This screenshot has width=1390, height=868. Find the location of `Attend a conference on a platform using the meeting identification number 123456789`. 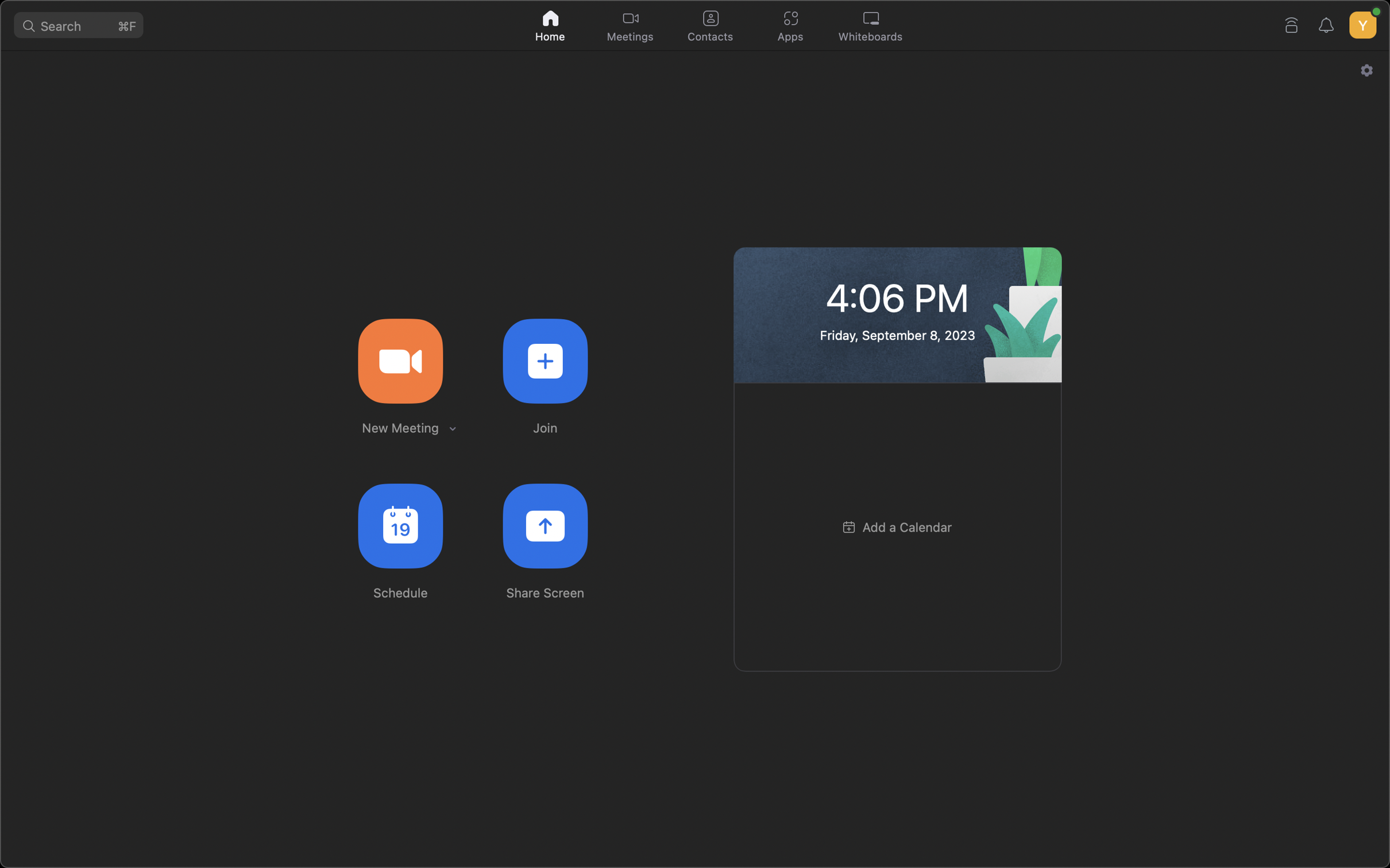

Attend a conference on a platform using the meeting identification number 123456789 is located at coordinates (545, 359).